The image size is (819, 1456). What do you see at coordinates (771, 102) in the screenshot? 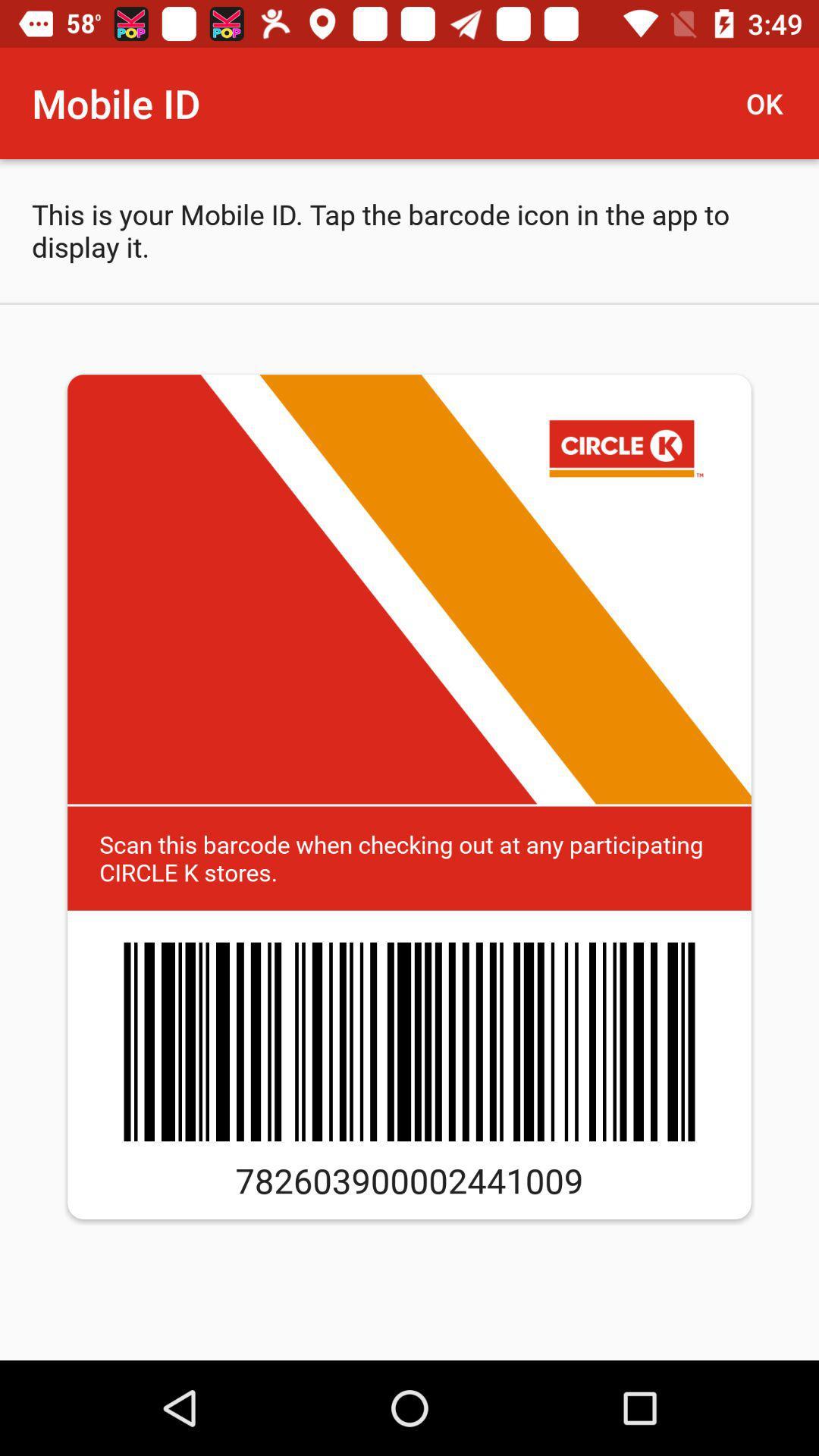
I see `item next to mobile id icon` at bounding box center [771, 102].